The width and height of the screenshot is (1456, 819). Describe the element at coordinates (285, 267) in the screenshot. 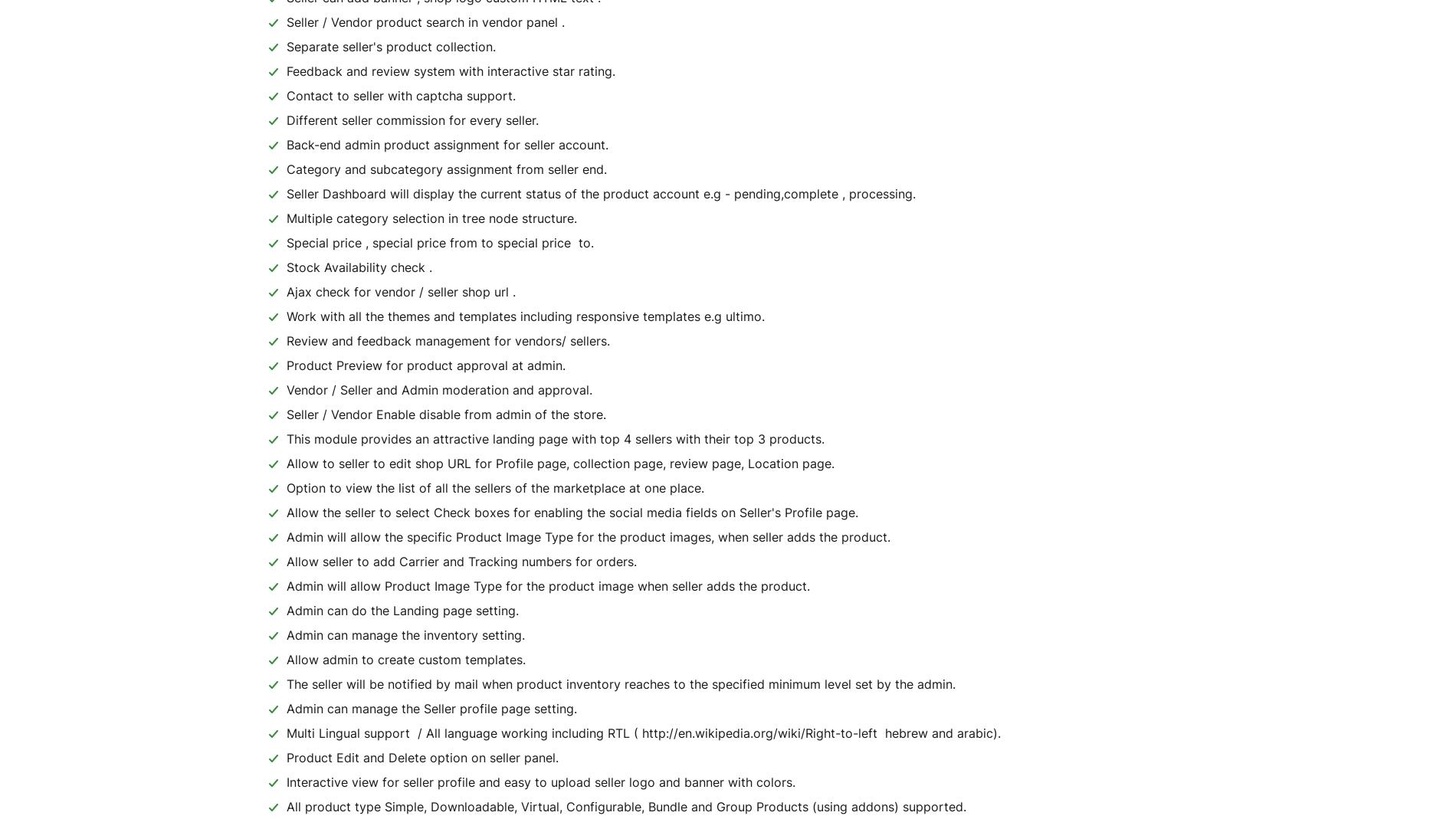

I see `'Stock Availability check .'` at that location.